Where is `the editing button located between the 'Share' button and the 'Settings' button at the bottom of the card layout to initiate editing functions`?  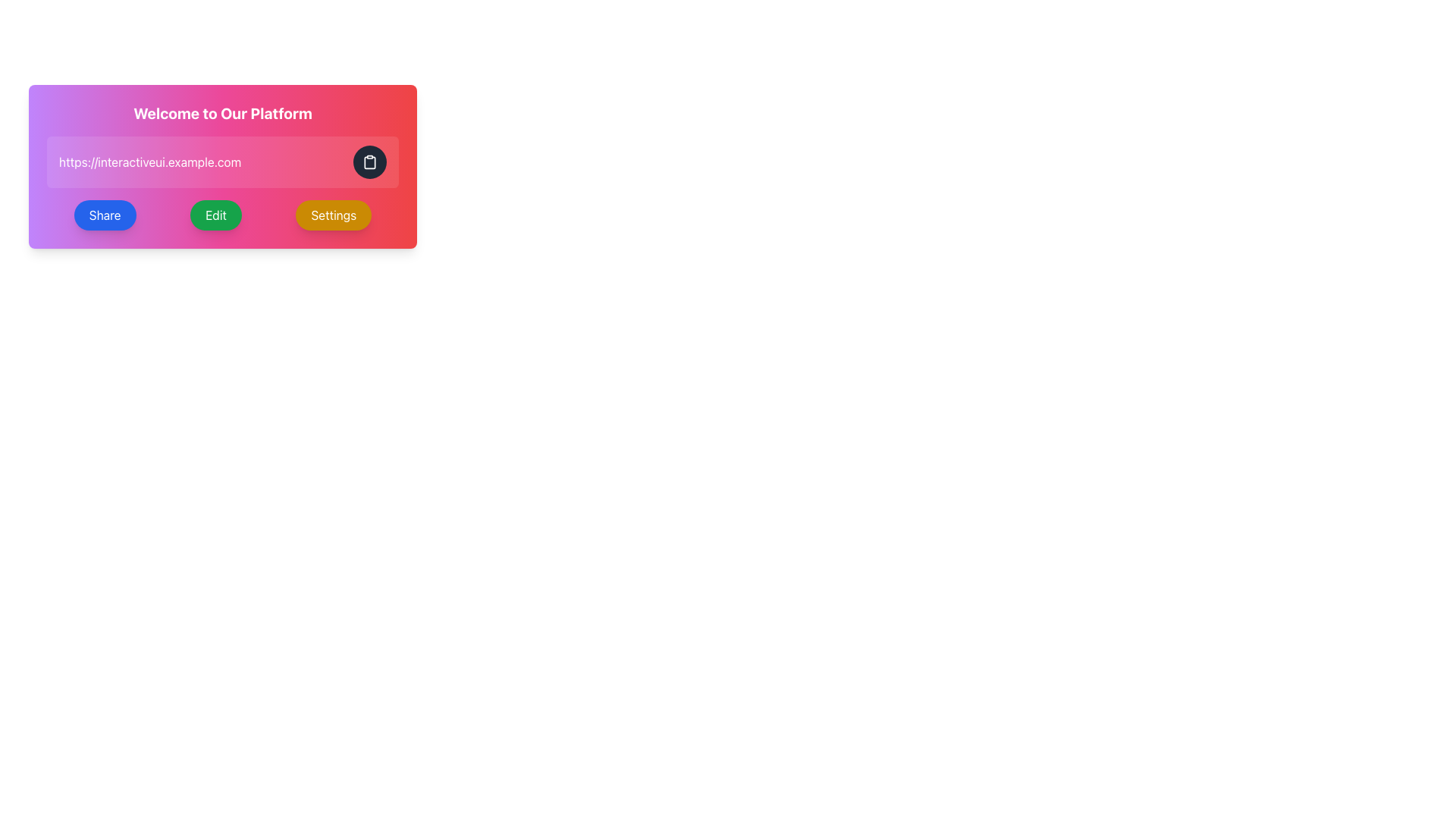 the editing button located between the 'Share' button and the 'Settings' button at the bottom of the card layout to initiate editing functions is located at coordinates (221, 215).